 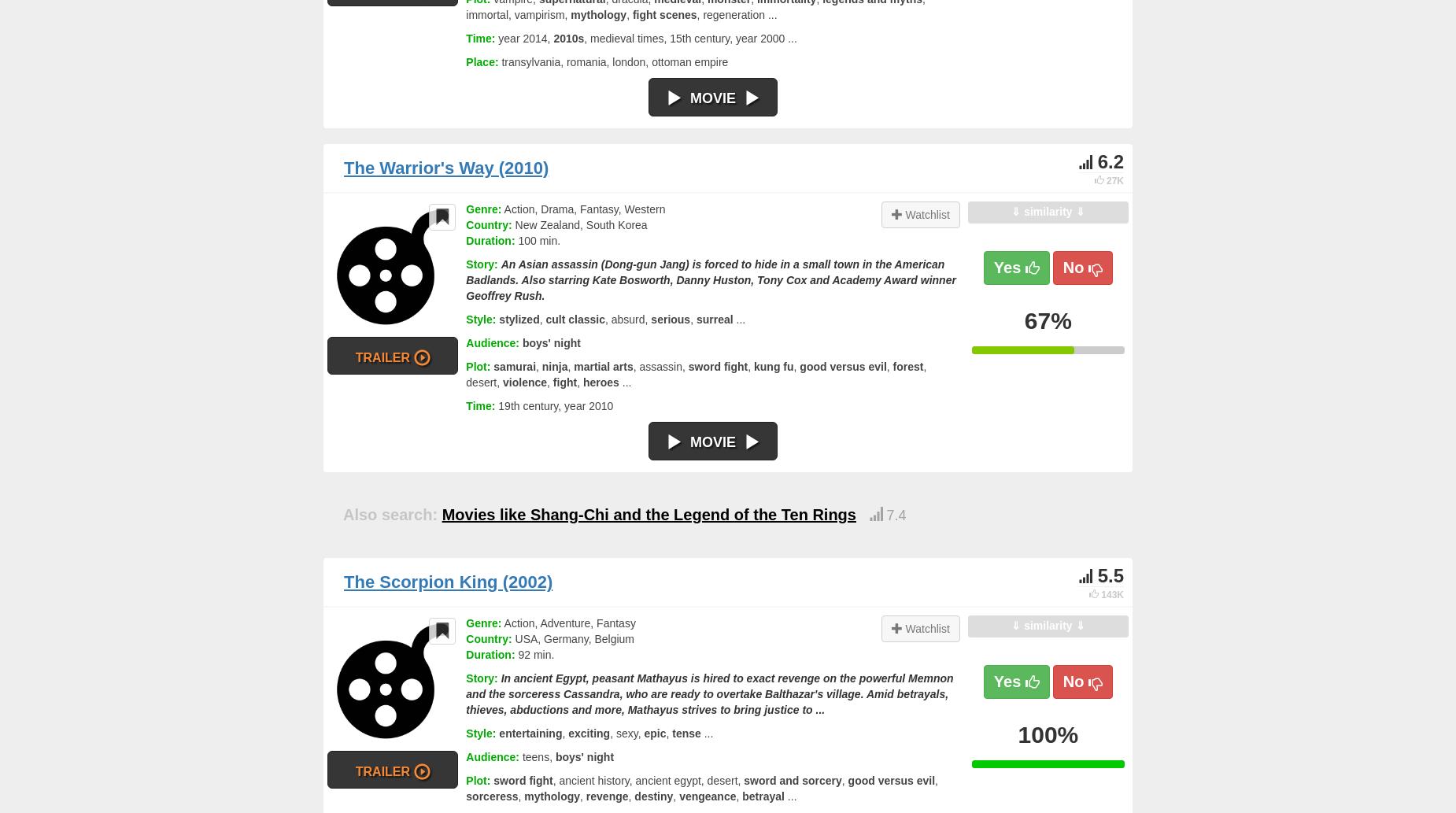 I want to click on 'Movies like Shang-Chi and the Legend of the Ten Rings', so click(x=648, y=513).